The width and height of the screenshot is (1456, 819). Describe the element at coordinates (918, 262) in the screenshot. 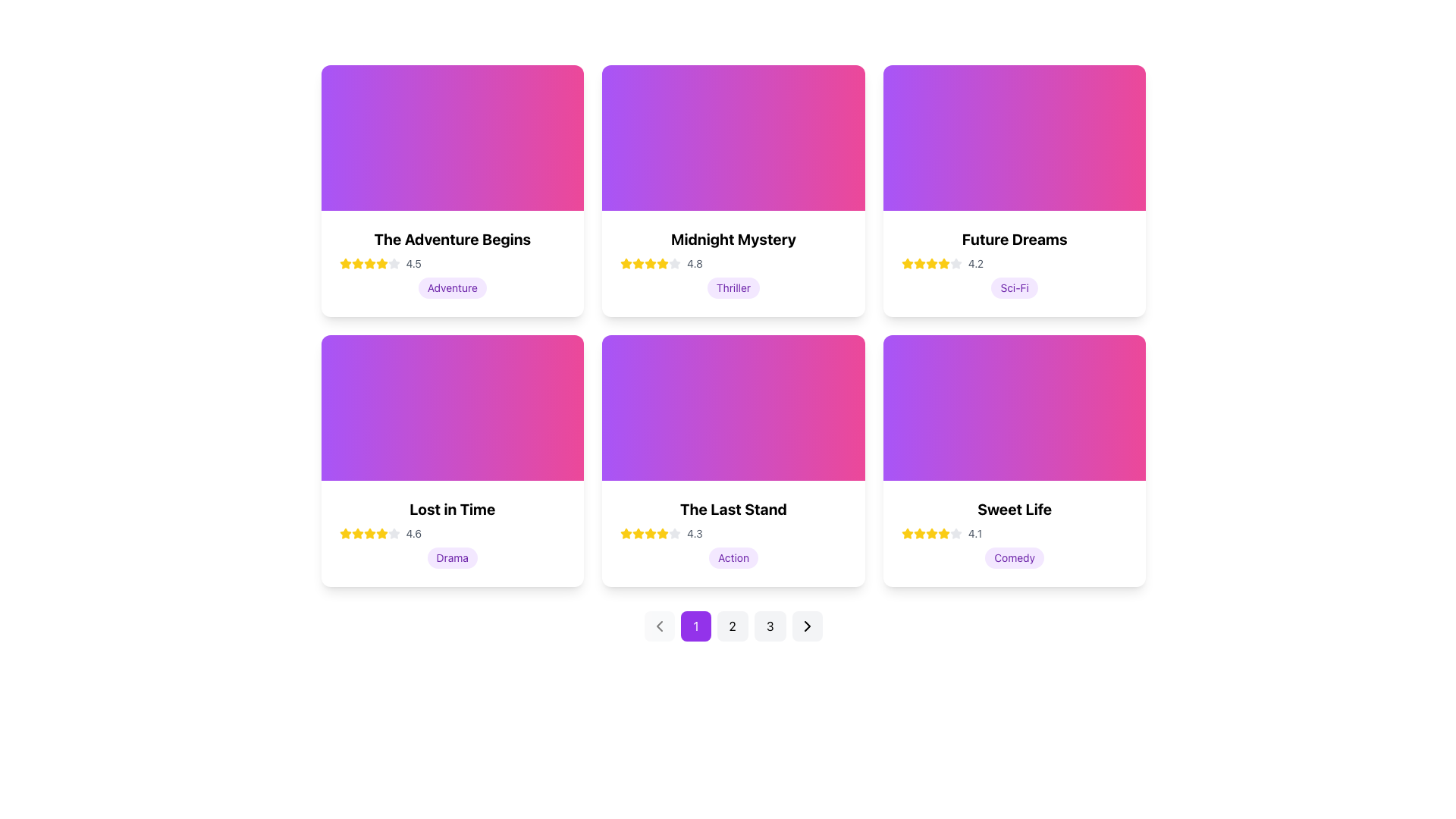

I see `the third star icon in the rating system located inside the 'Future Dreams' card, which is visually represented as a yellow star against a white background` at that location.